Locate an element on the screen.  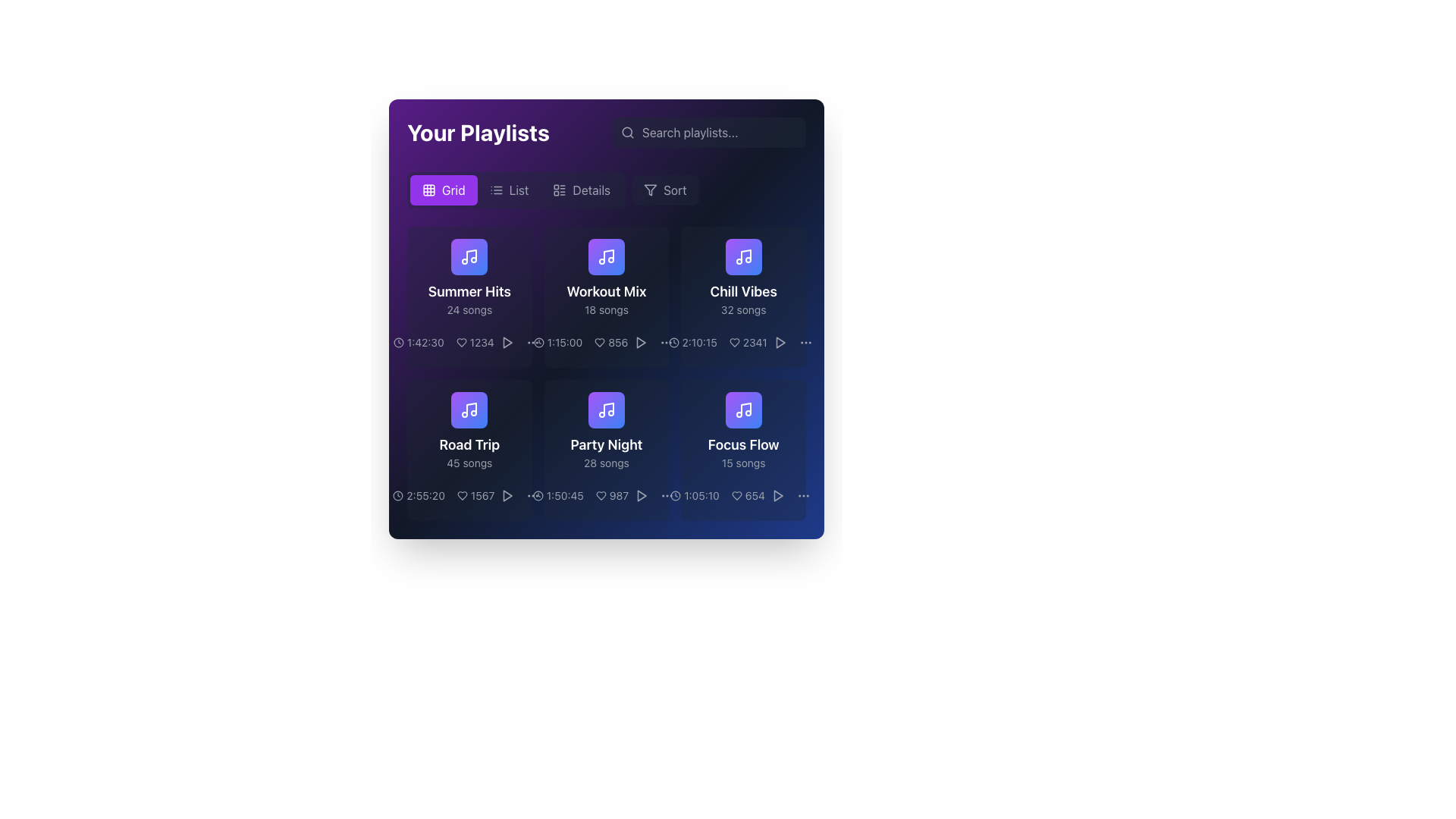
the heart icon indicating the number of likes (1567) for the 'Road Trip' playlist entry is located at coordinates (469, 496).